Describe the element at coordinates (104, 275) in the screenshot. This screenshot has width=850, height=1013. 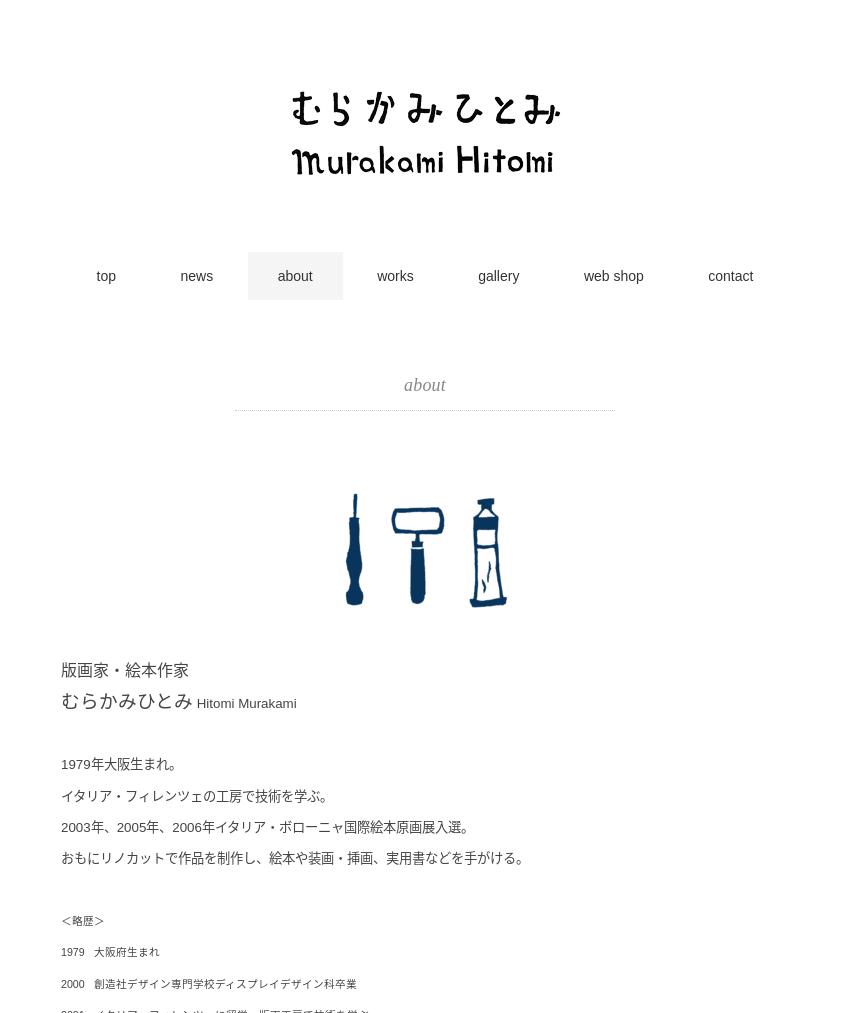
I see `'top'` at that location.